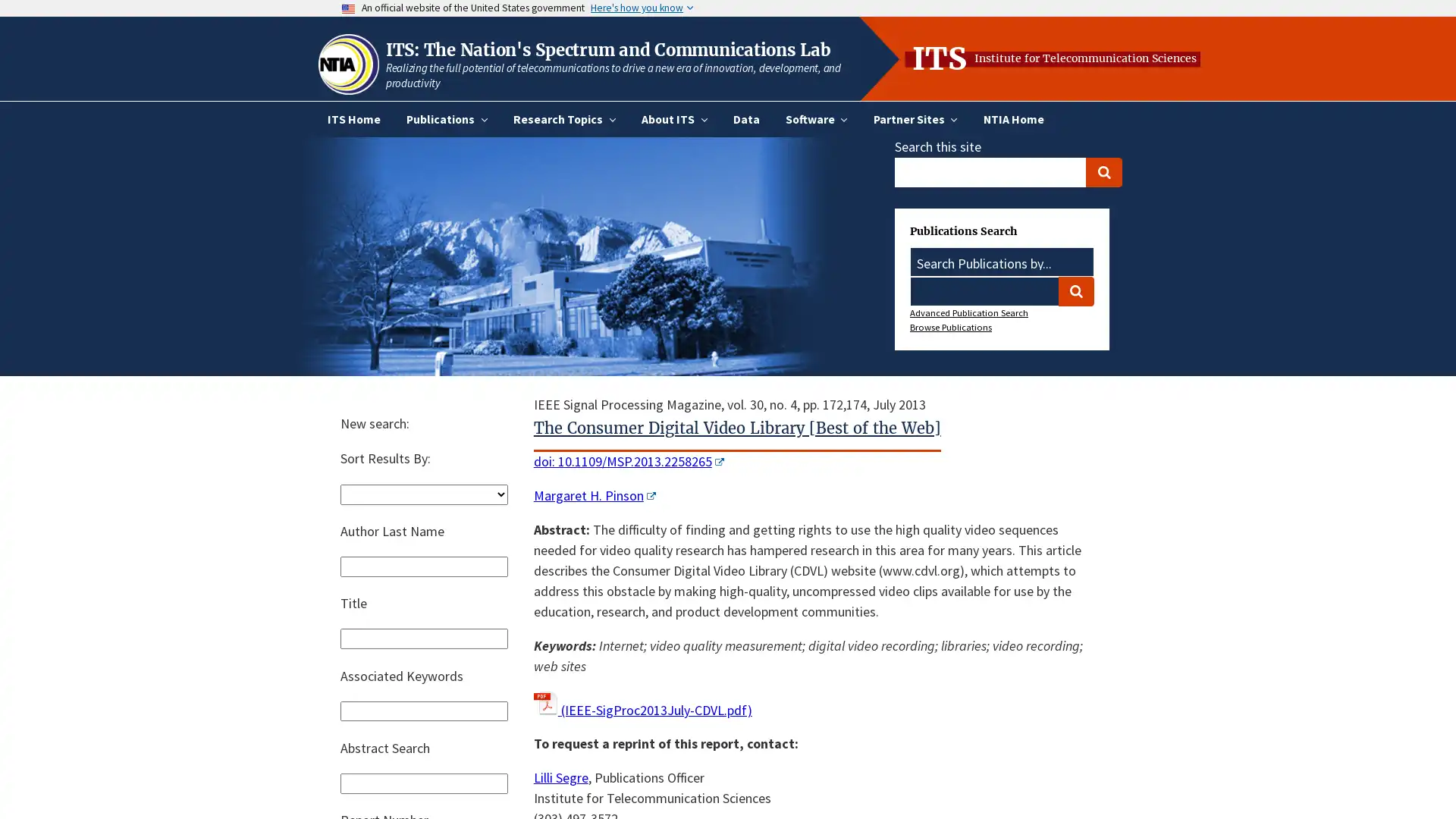 The image size is (1456, 819). I want to click on Partner Sites, so click(914, 118).